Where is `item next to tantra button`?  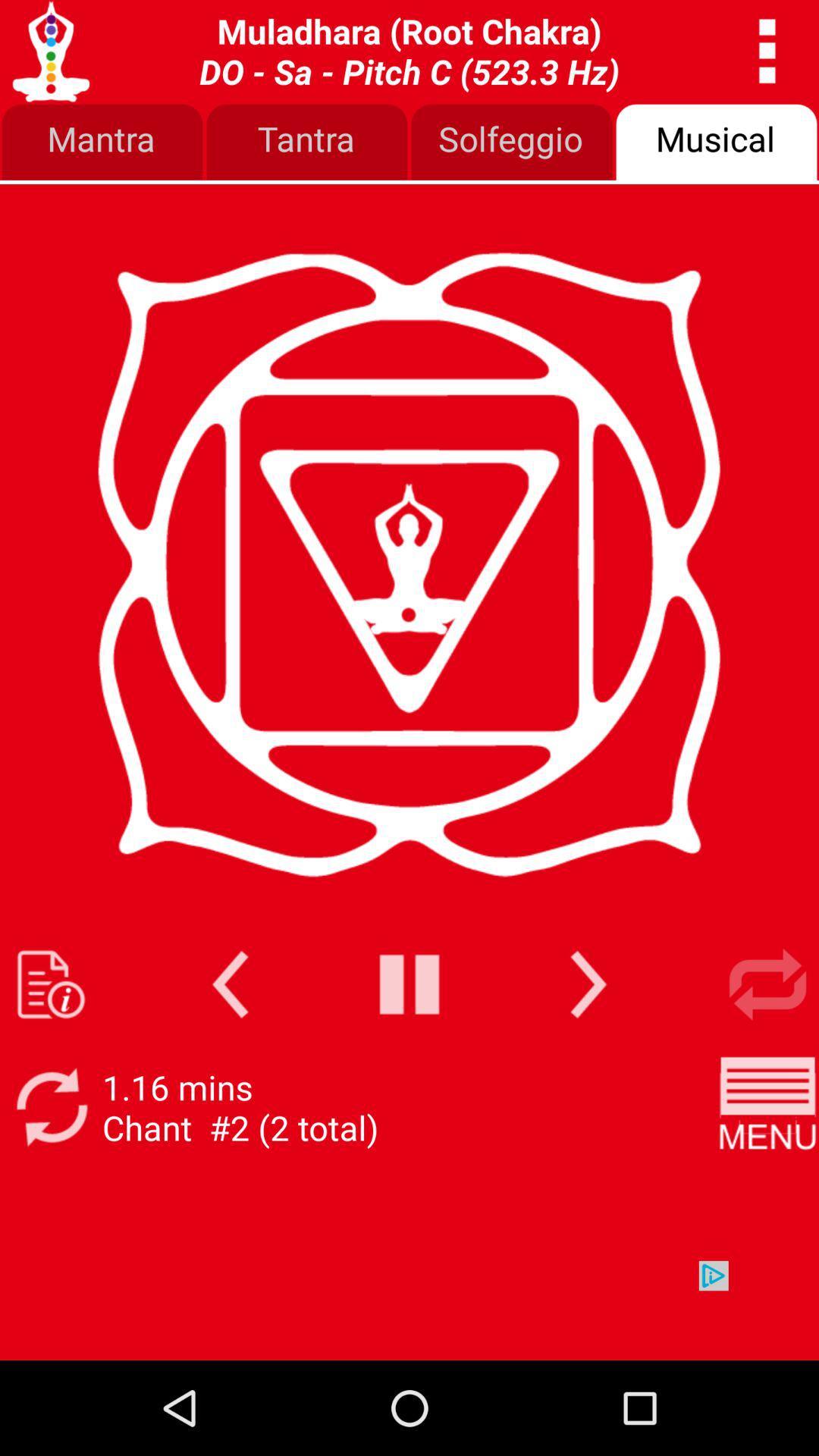 item next to tantra button is located at coordinates (102, 143).